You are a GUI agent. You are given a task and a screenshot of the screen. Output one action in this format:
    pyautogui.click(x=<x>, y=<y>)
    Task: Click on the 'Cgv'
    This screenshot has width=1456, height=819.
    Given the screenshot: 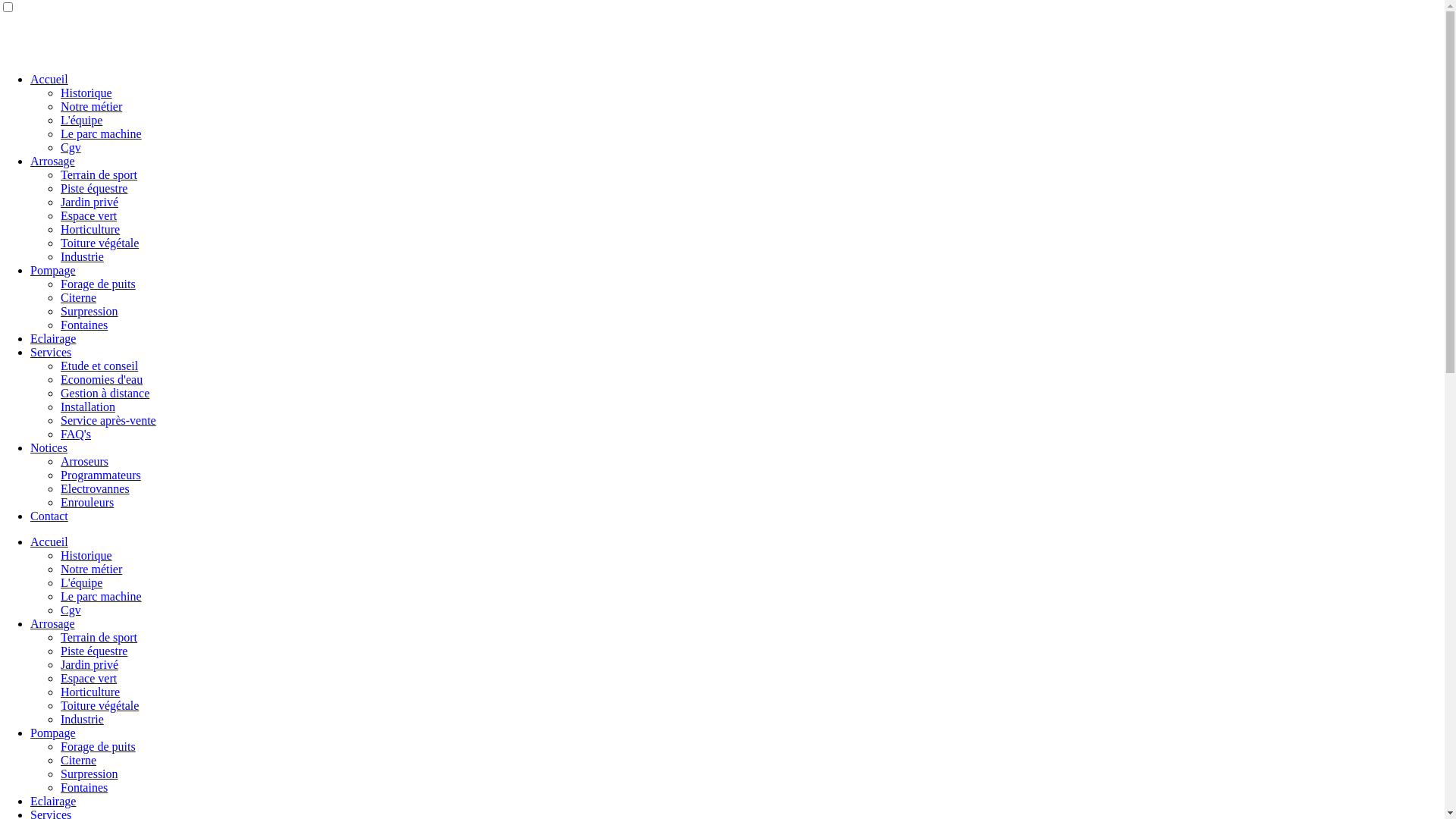 What is the action you would take?
    pyautogui.click(x=70, y=147)
    